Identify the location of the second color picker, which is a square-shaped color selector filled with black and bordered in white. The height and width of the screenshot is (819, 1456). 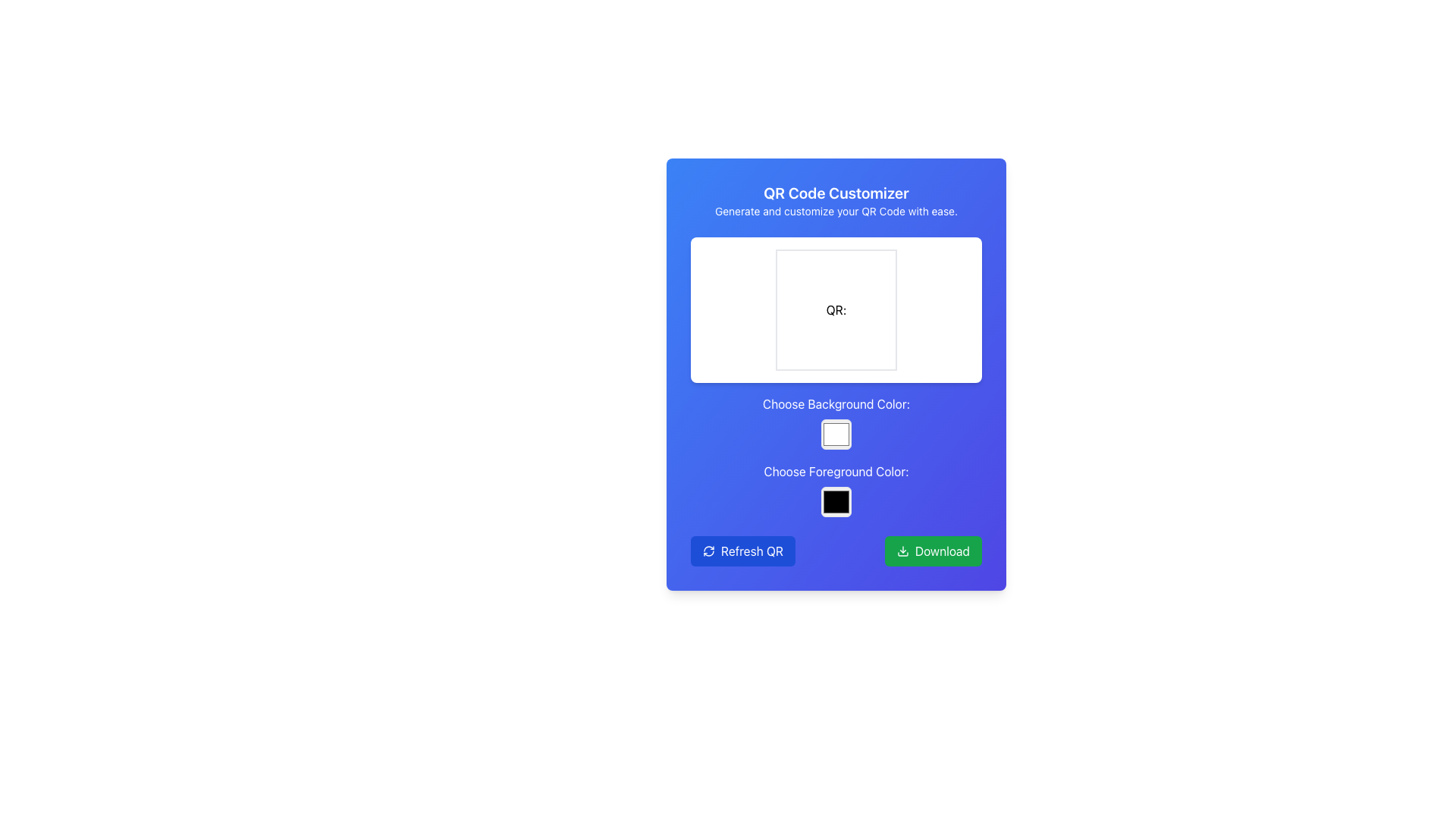
(836, 502).